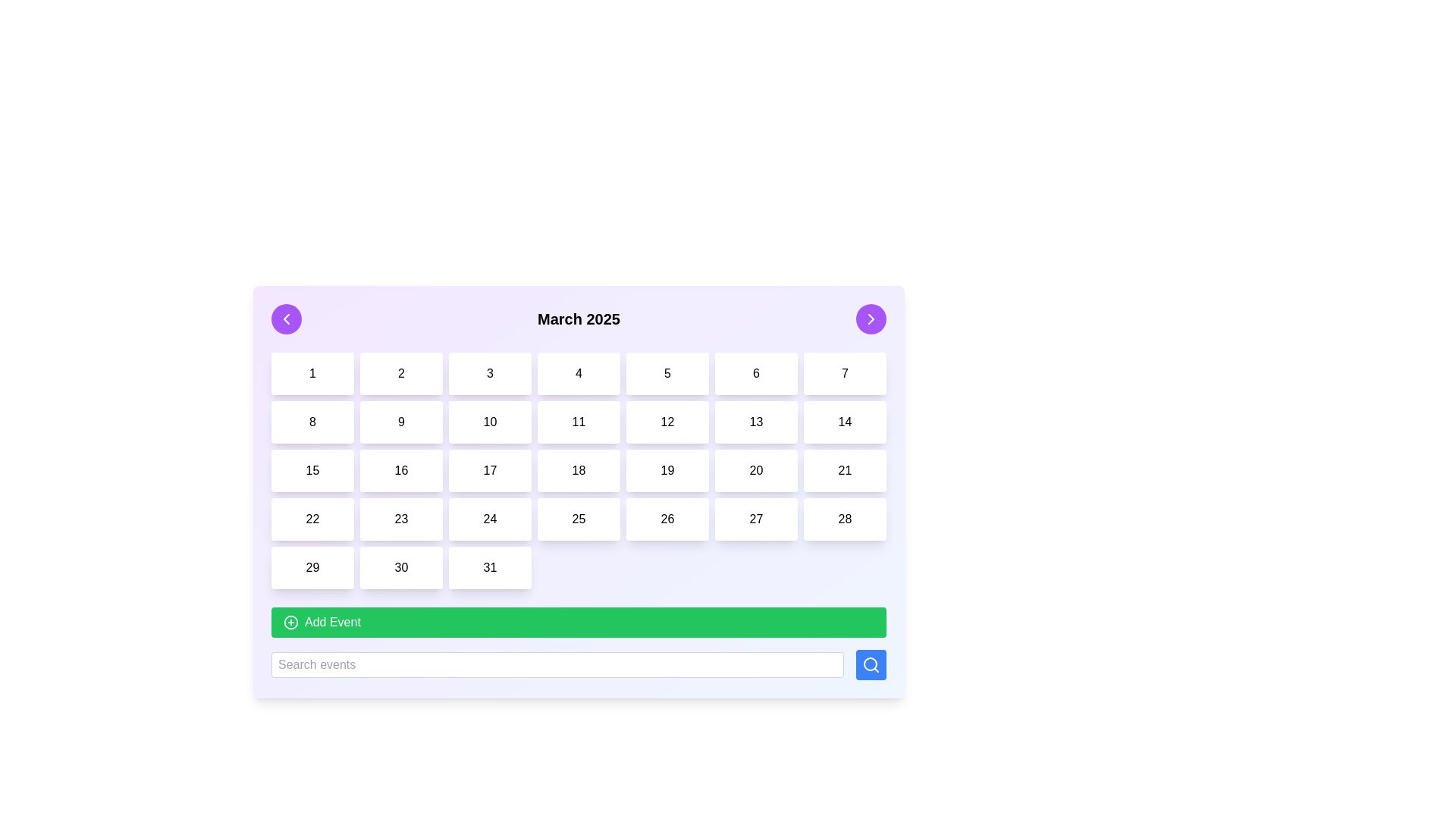 This screenshot has height=819, width=1456. I want to click on the white square button with rounded corners and the digit '29' centered in bold black text, so click(312, 567).